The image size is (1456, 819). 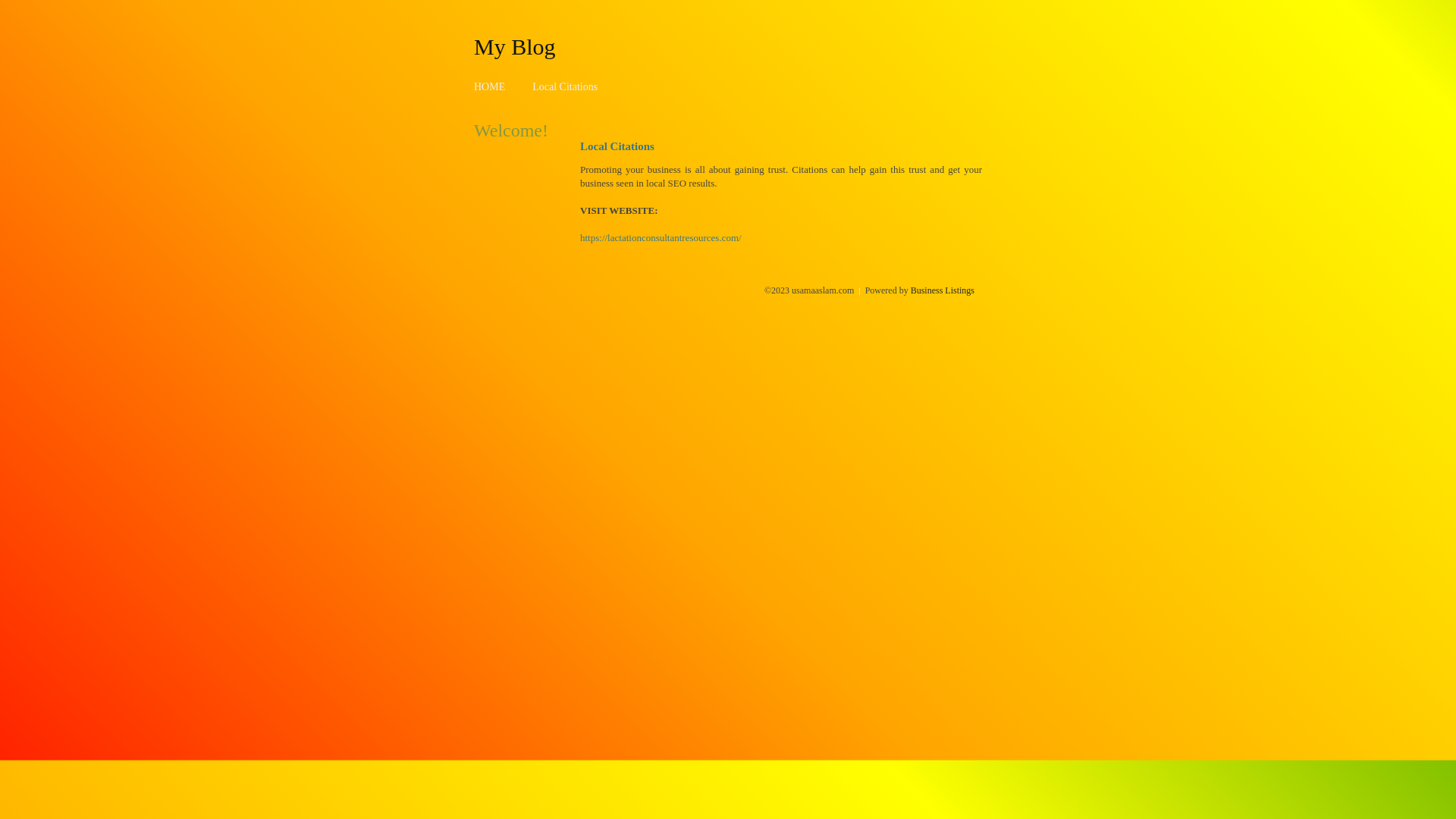 What do you see at coordinates (489, 86) in the screenshot?
I see `'HOME'` at bounding box center [489, 86].